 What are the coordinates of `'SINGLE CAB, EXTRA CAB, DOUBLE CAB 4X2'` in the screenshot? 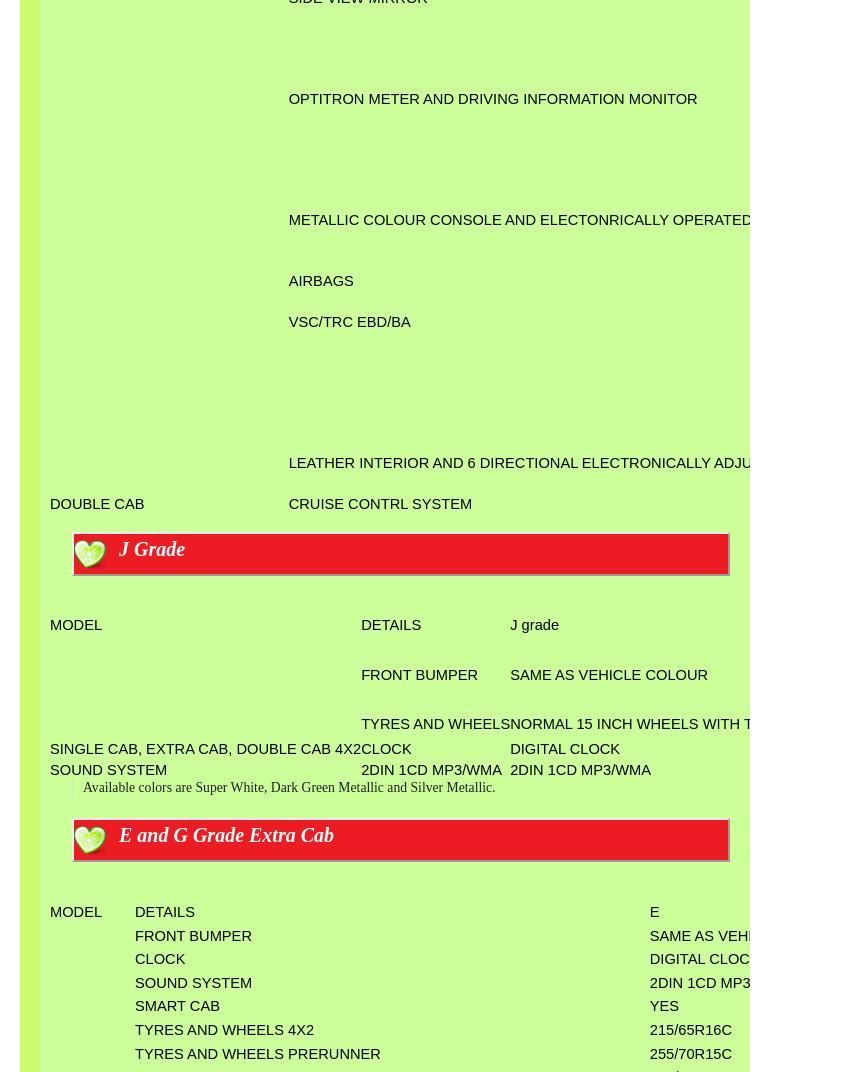 It's located at (204, 749).